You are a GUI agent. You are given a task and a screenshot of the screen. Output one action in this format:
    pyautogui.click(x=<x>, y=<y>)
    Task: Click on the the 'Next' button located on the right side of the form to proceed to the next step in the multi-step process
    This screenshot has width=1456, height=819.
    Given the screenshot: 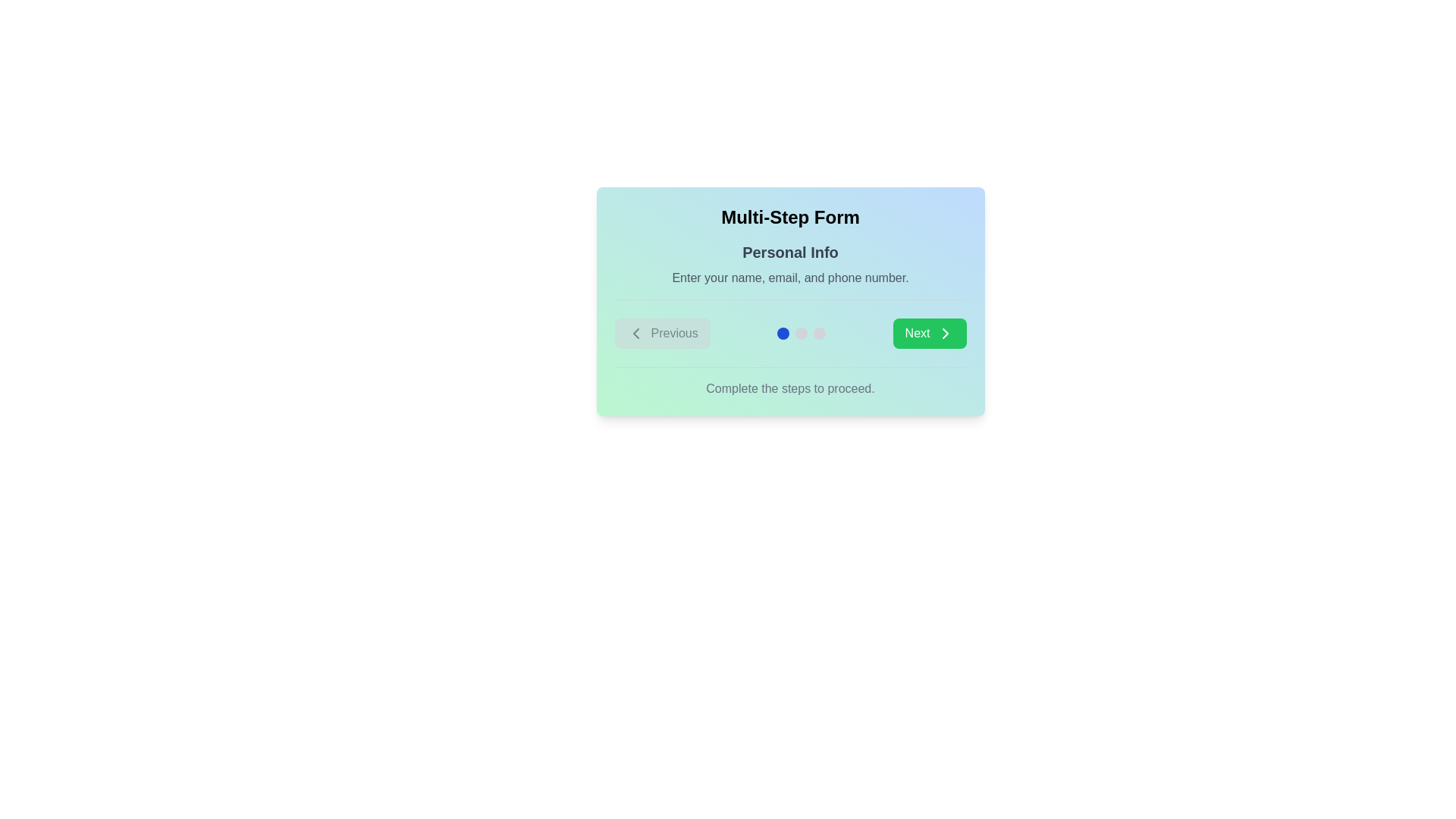 What is the action you would take?
    pyautogui.click(x=929, y=332)
    